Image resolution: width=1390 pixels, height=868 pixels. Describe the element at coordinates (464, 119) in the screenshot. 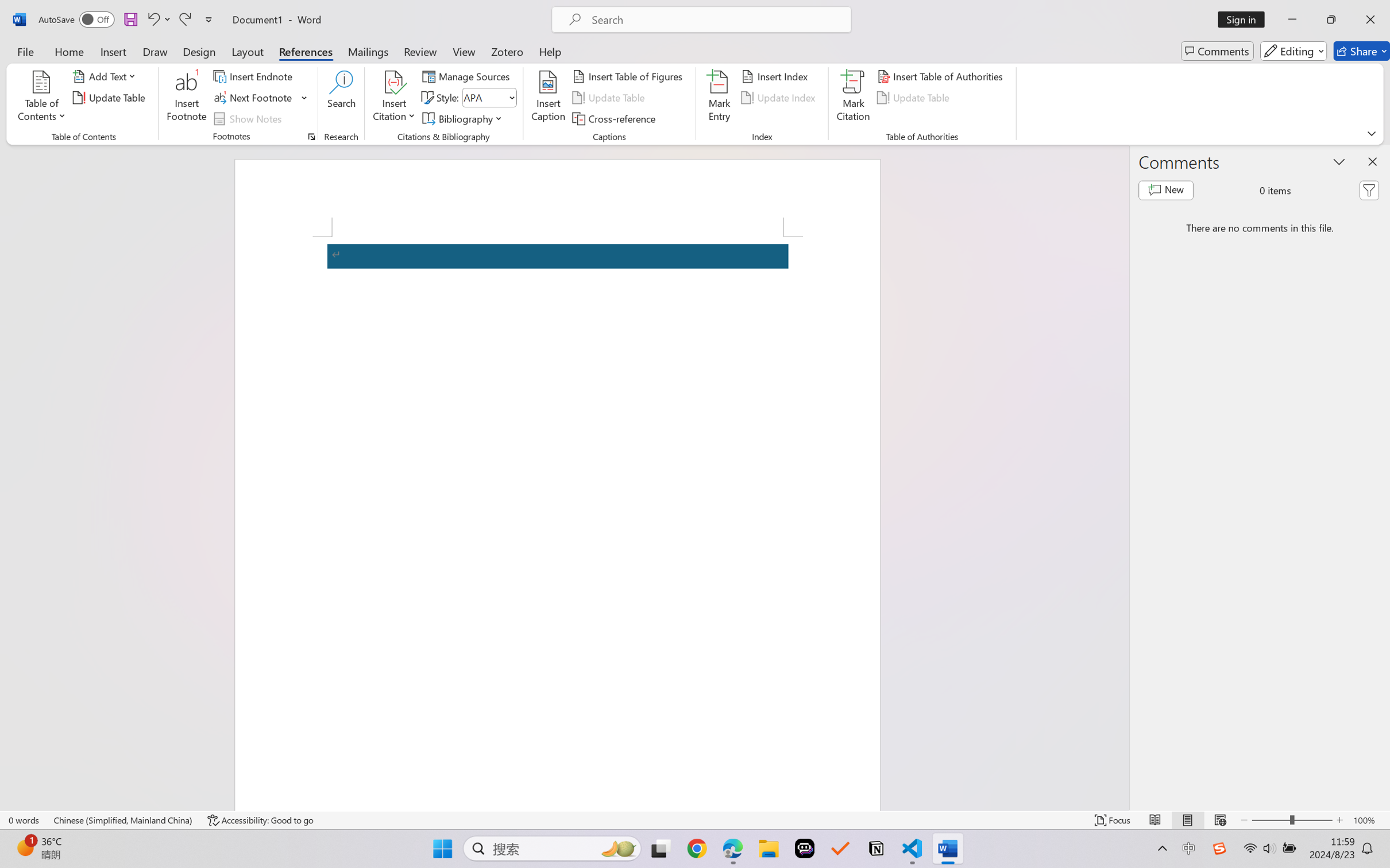

I see `'Bibliography'` at that location.